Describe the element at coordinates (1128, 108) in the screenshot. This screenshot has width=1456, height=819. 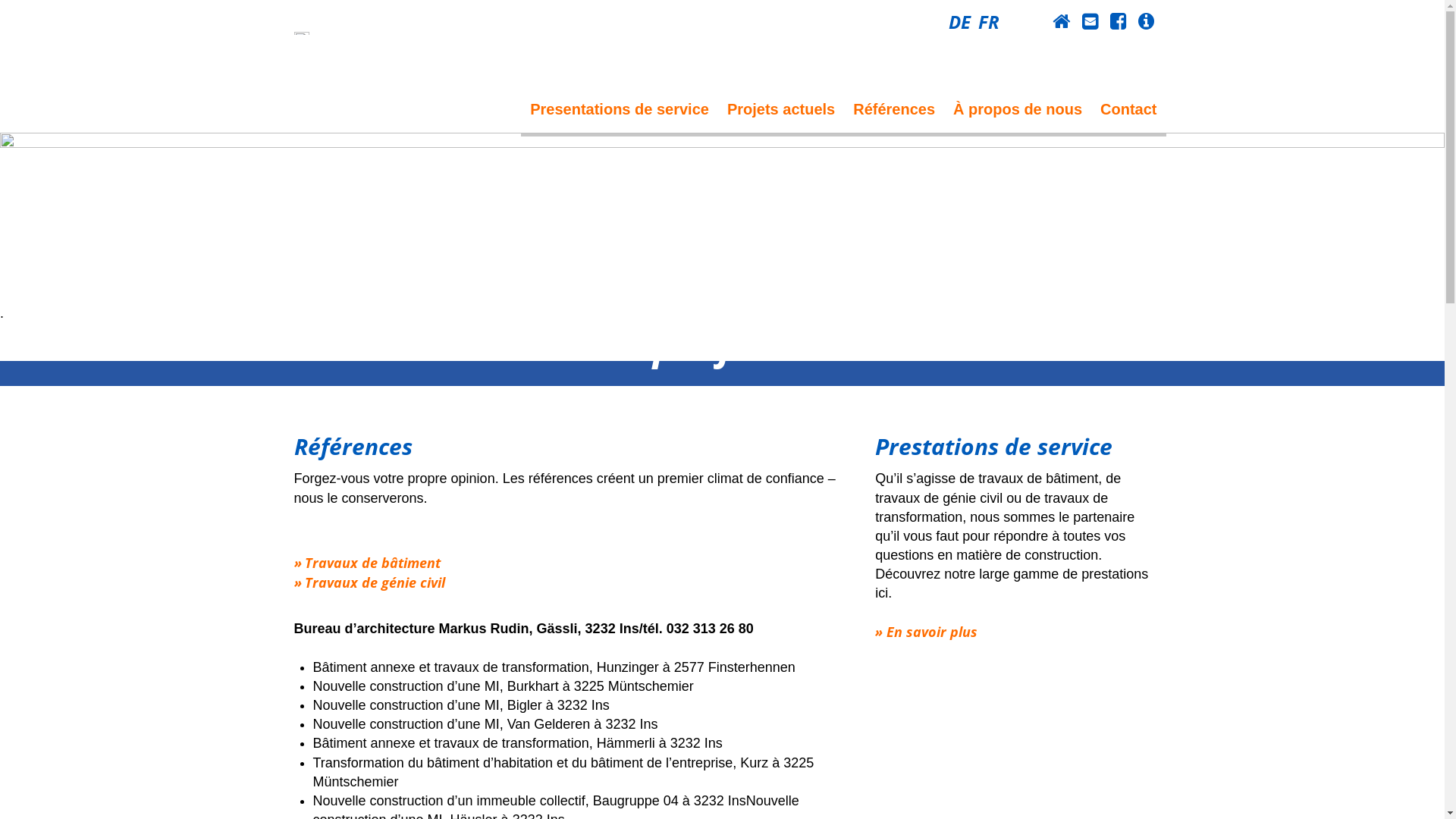
I see `'Contact'` at that location.